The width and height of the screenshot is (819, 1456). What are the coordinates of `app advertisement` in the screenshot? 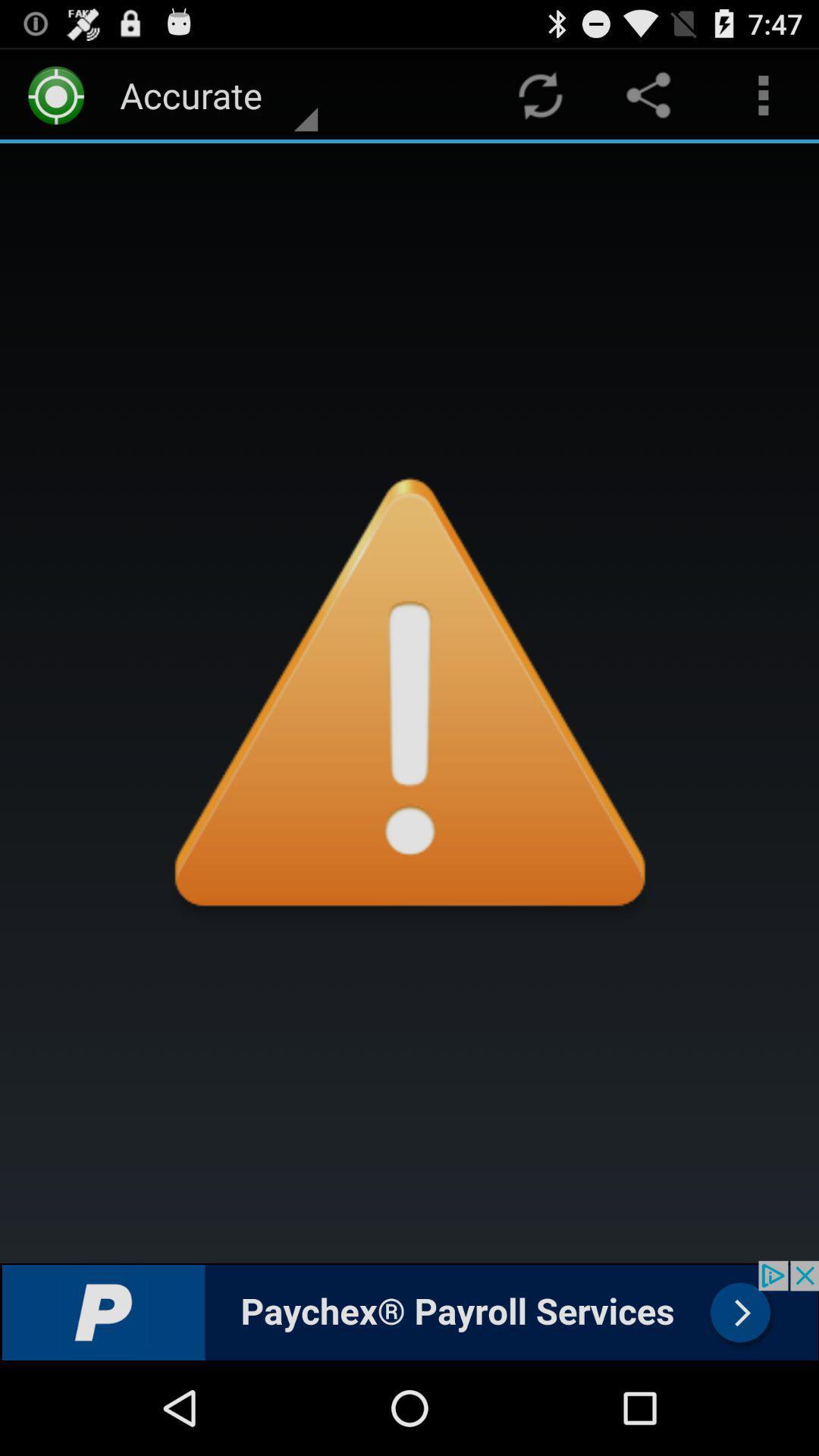 It's located at (409, 1310).